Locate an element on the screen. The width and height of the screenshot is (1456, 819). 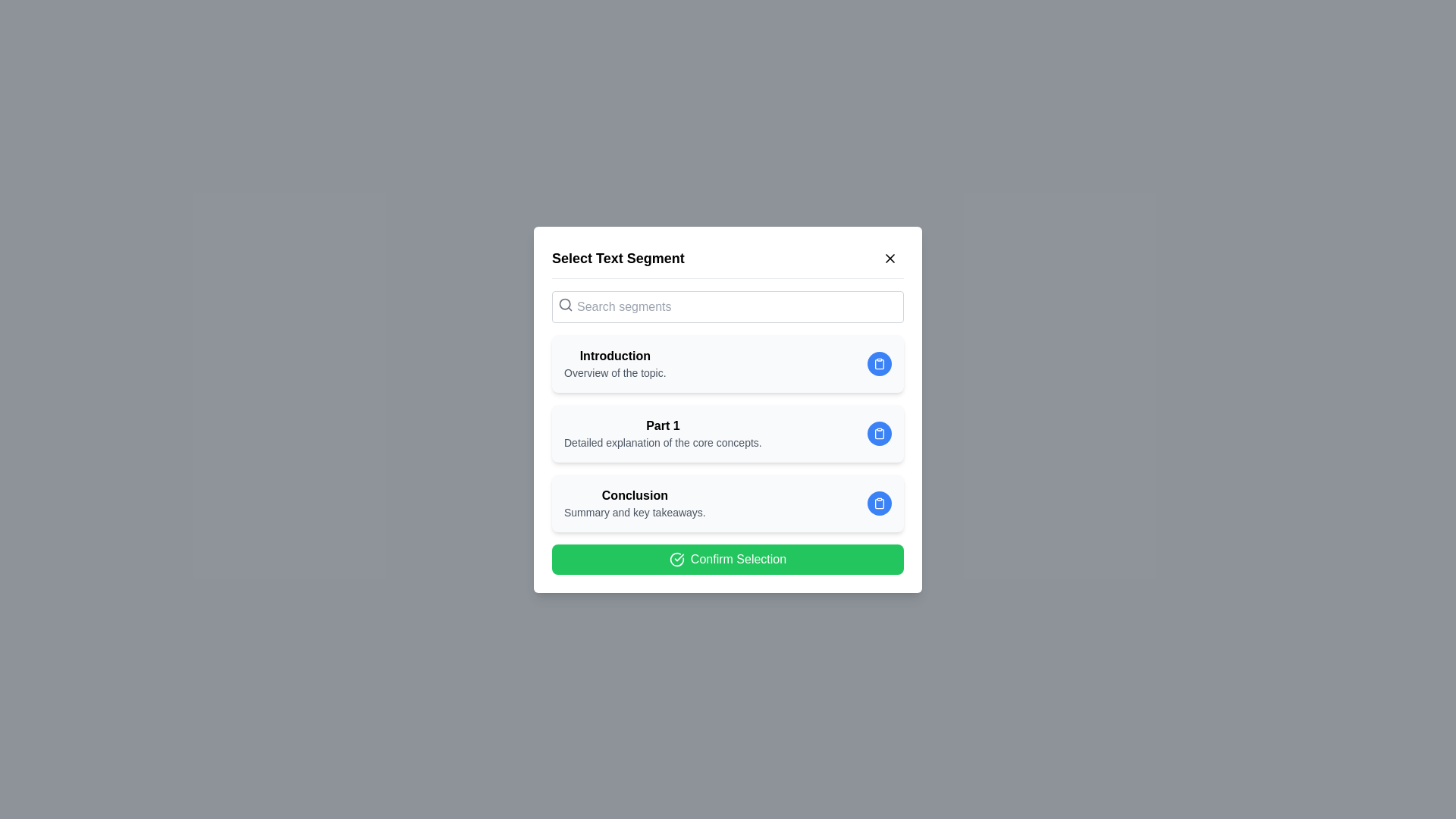
'Confirm Selection' button to confirm the selected segment is located at coordinates (728, 559).